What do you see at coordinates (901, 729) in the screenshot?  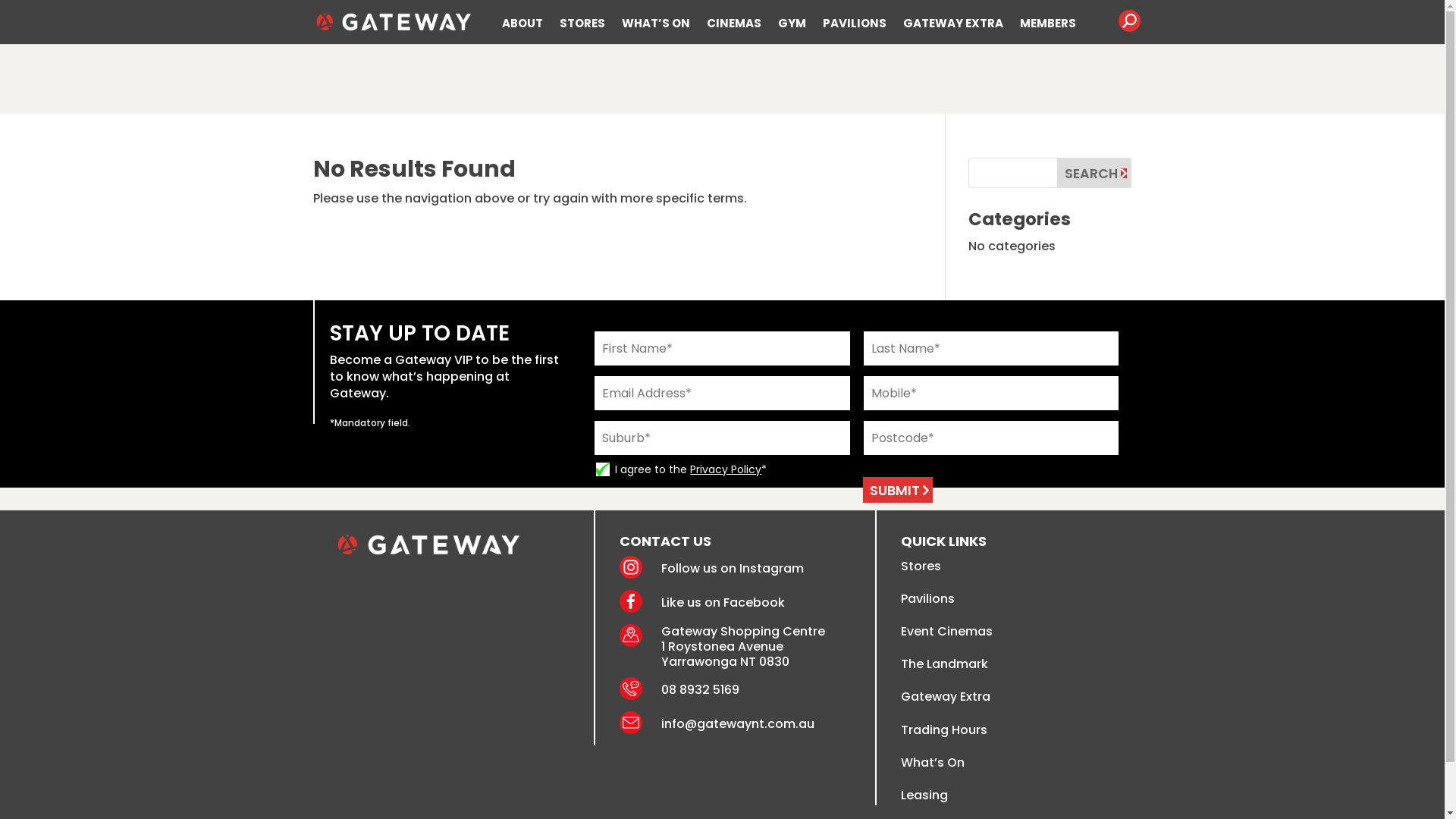 I see `'Trading Hours'` at bounding box center [901, 729].